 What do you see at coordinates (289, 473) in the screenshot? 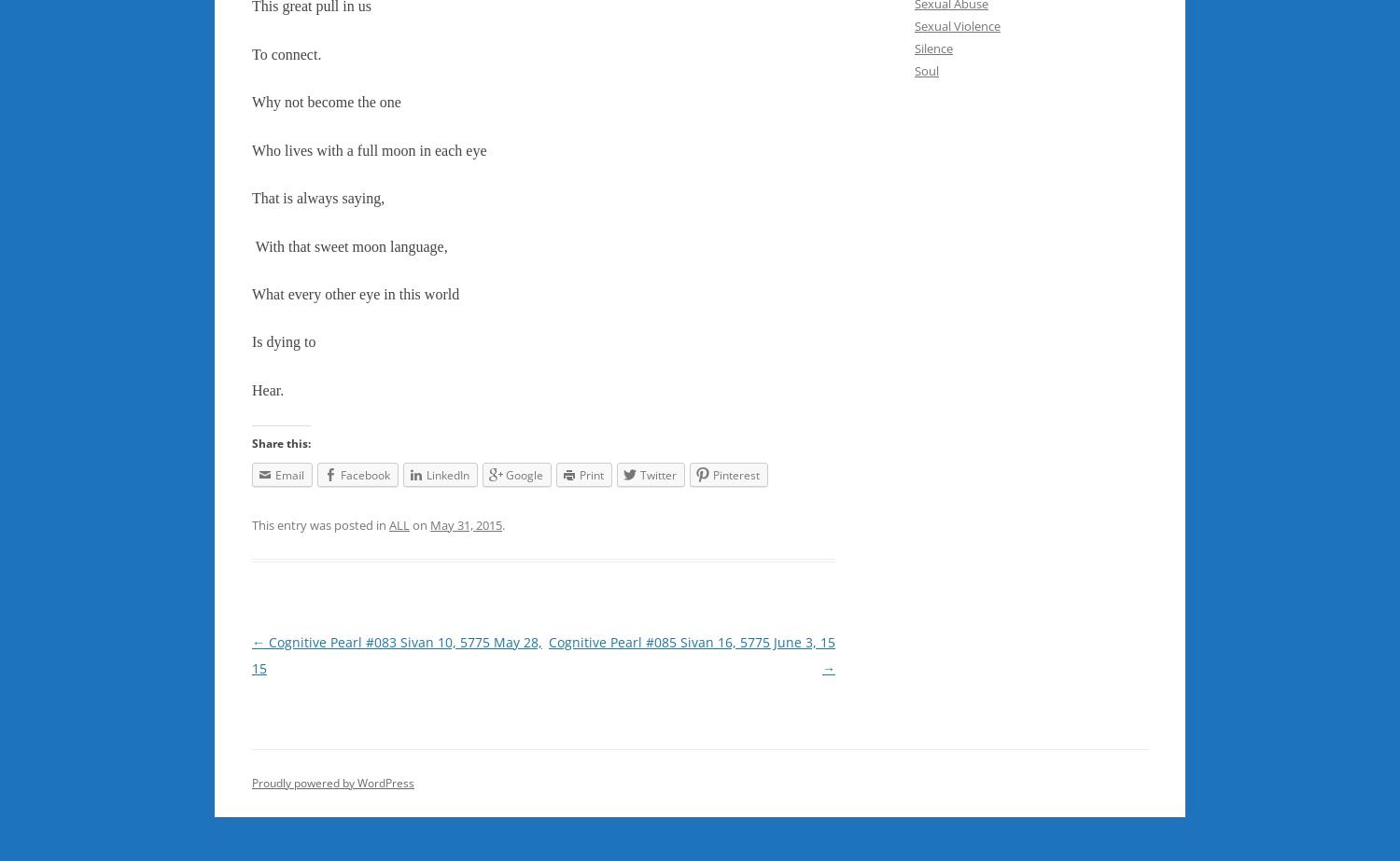
I see `'Email'` at bounding box center [289, 473].